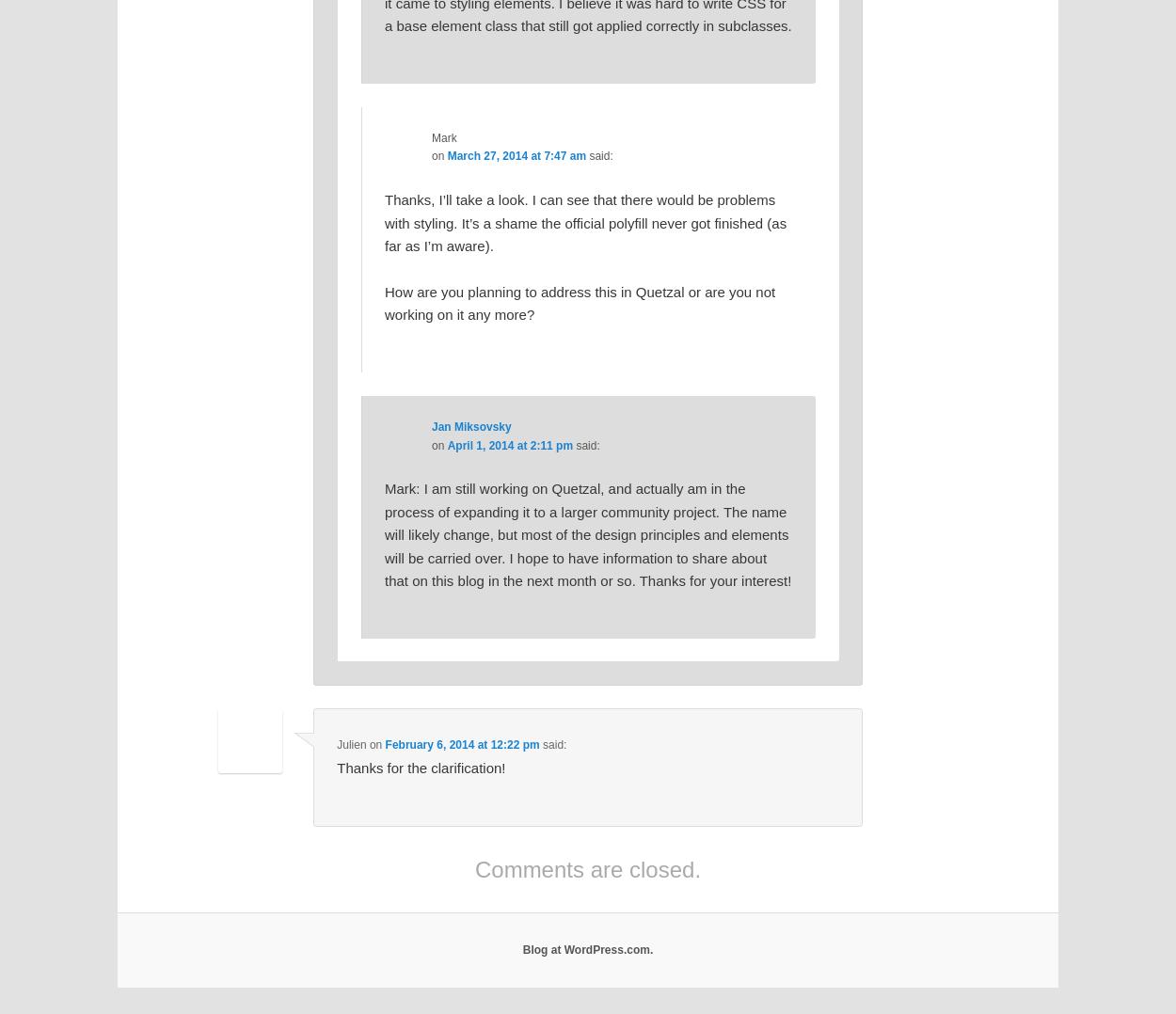 The image size is (1176, 1014). Describe the element at coordinates (579, 301) in the screenshot. I see `'How are you planning to address this in Quetzal or are you not working on it any more?'` at that location.